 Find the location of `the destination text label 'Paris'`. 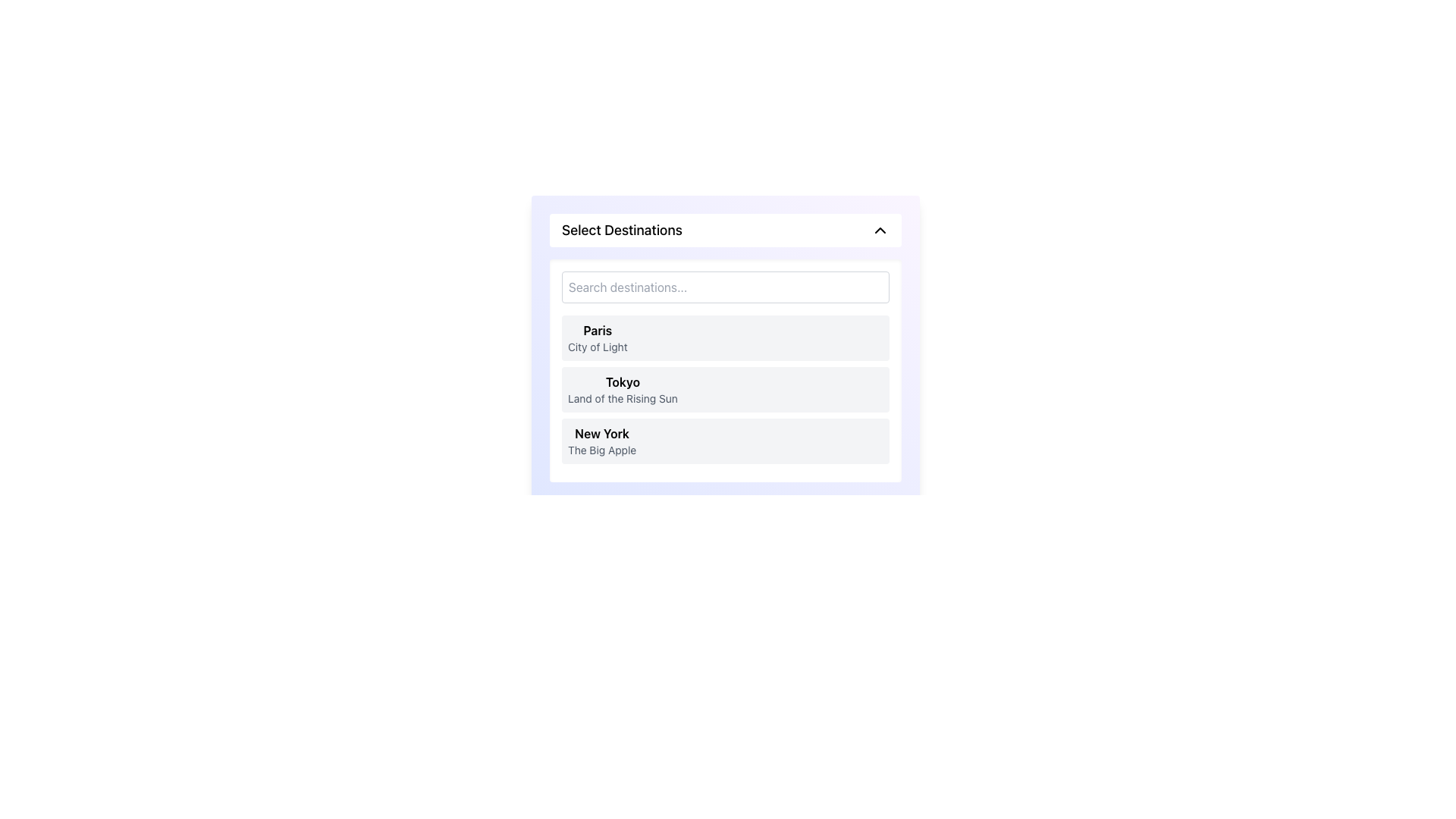

the destination text label 'Paris' is located at coordinates (597, 337).